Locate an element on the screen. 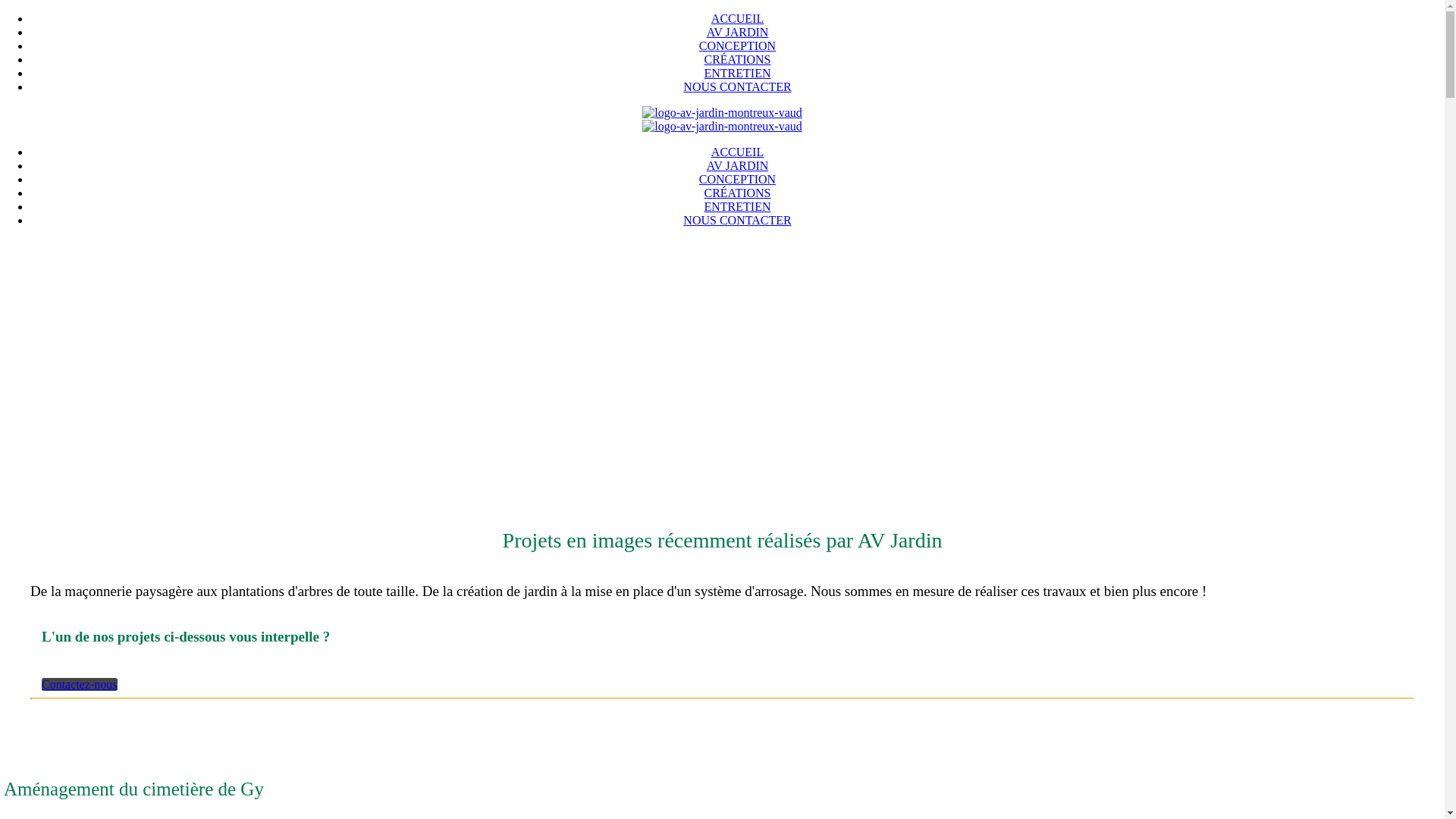  'ACCUEIL' is located at coordinates (737, 18).